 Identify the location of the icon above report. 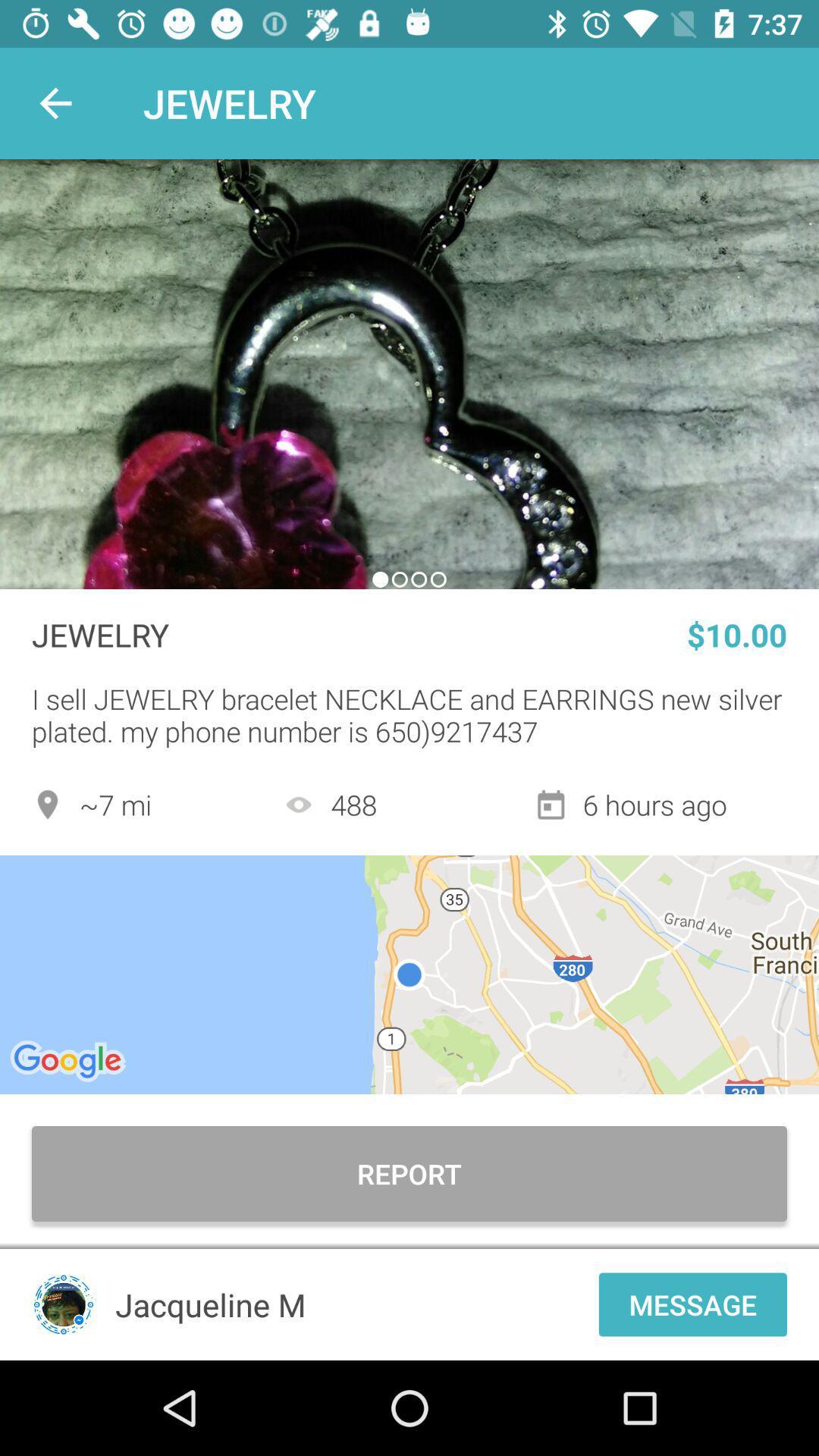
(409, 974).